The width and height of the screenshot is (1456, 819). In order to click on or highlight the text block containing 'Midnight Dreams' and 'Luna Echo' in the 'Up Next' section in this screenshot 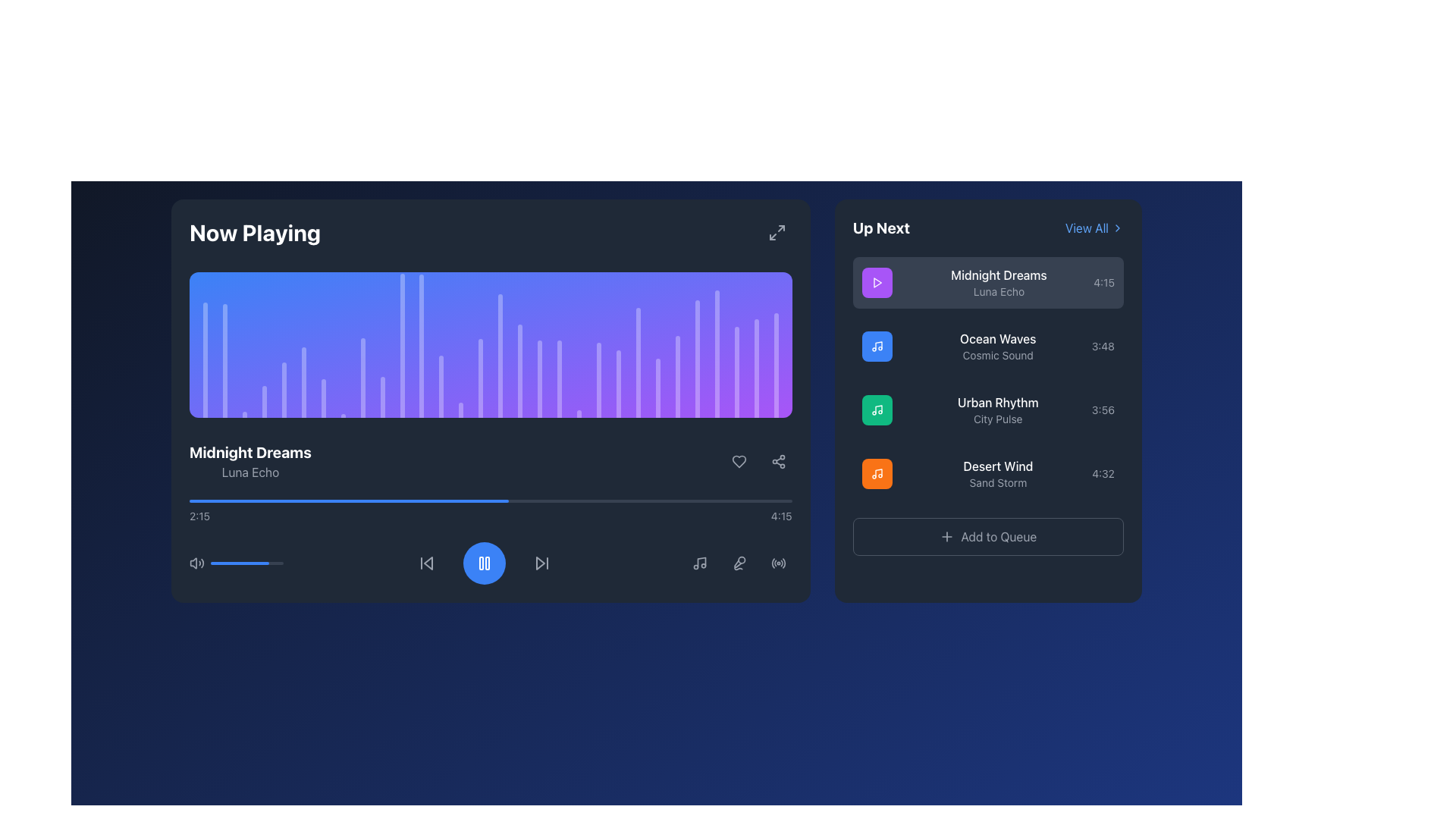, I will do `click(999, 283)`.